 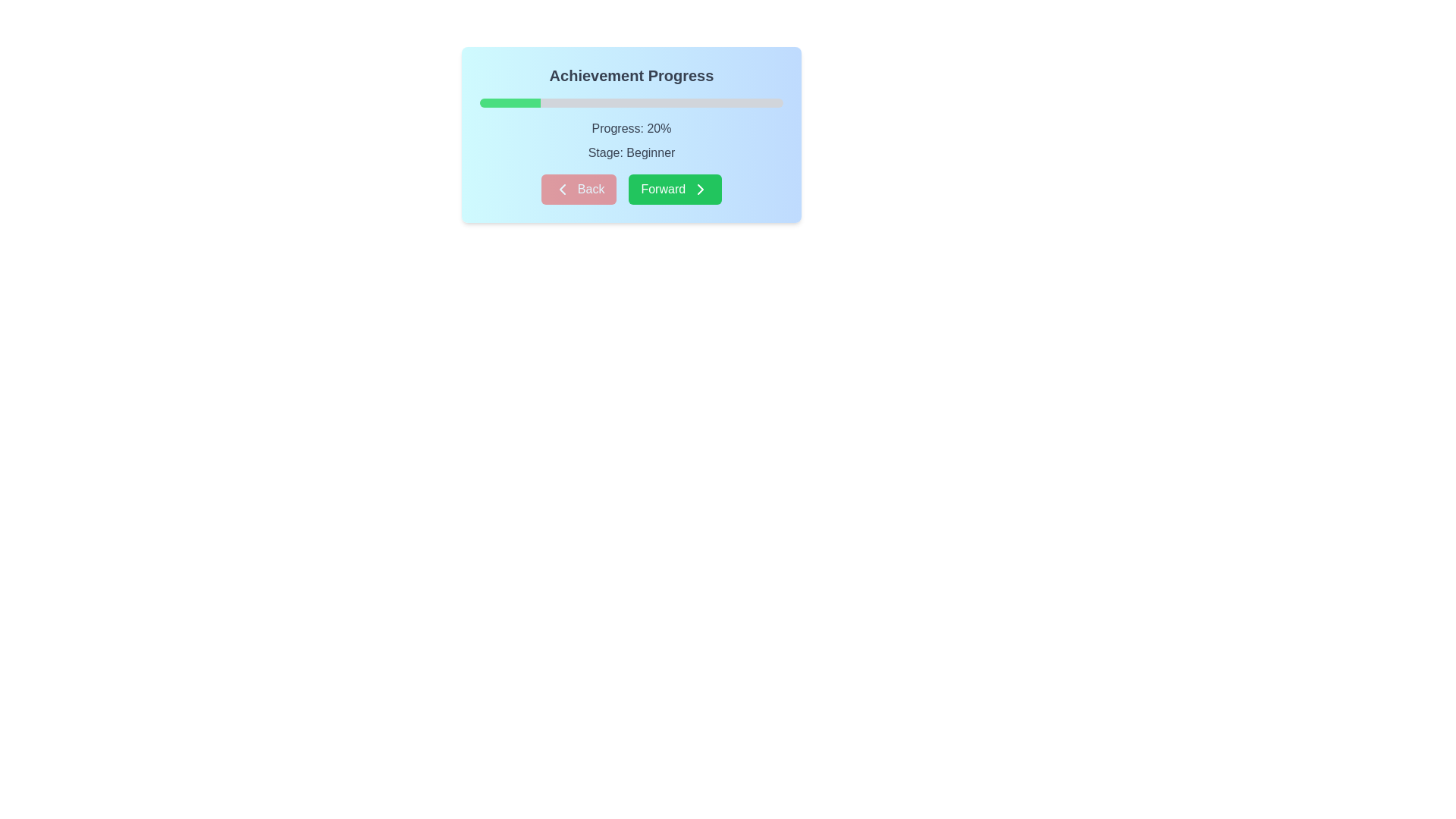 What do you see at coordinates (674, 189) in the screenshot?
I see `the green 'Forward' button with rounded corners and a right-pointing arrow icon, located in the bottom center of the progress card interface` at bounding box center [674, 189].